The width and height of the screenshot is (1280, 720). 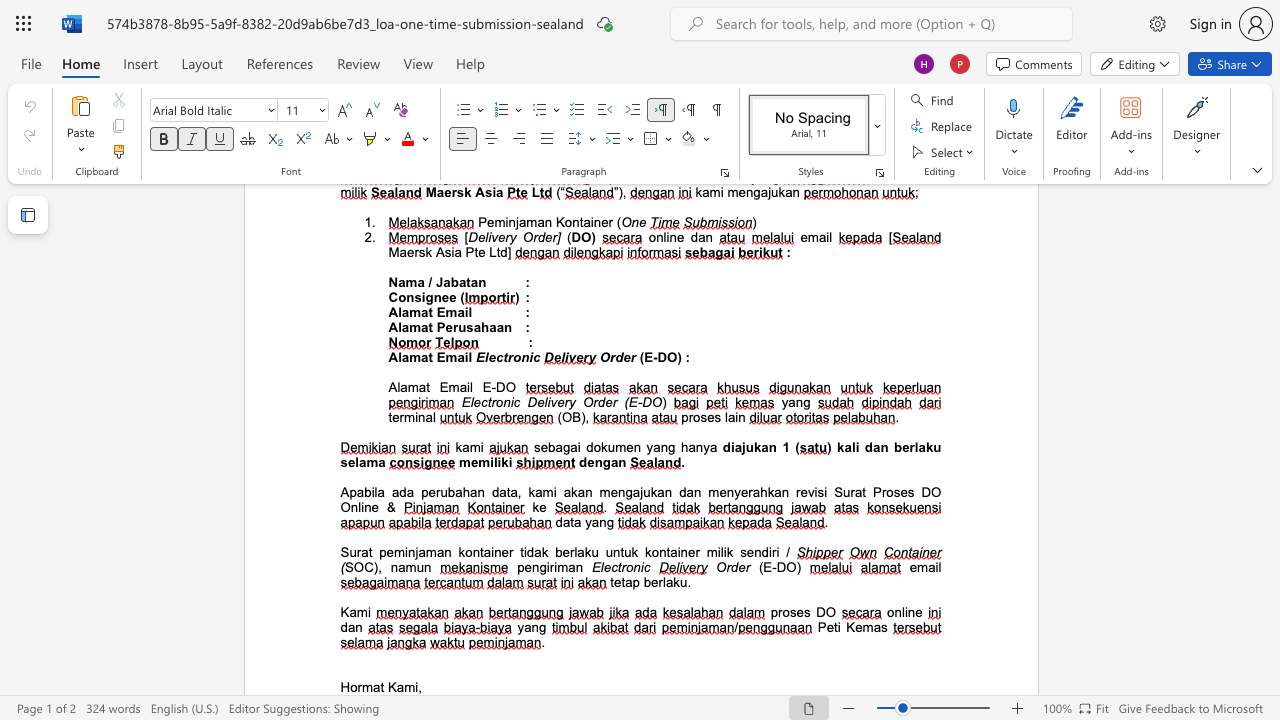 I want to click on the subset text "Hor" within the text "Hormat Kami,", so click(x=340, y=686).